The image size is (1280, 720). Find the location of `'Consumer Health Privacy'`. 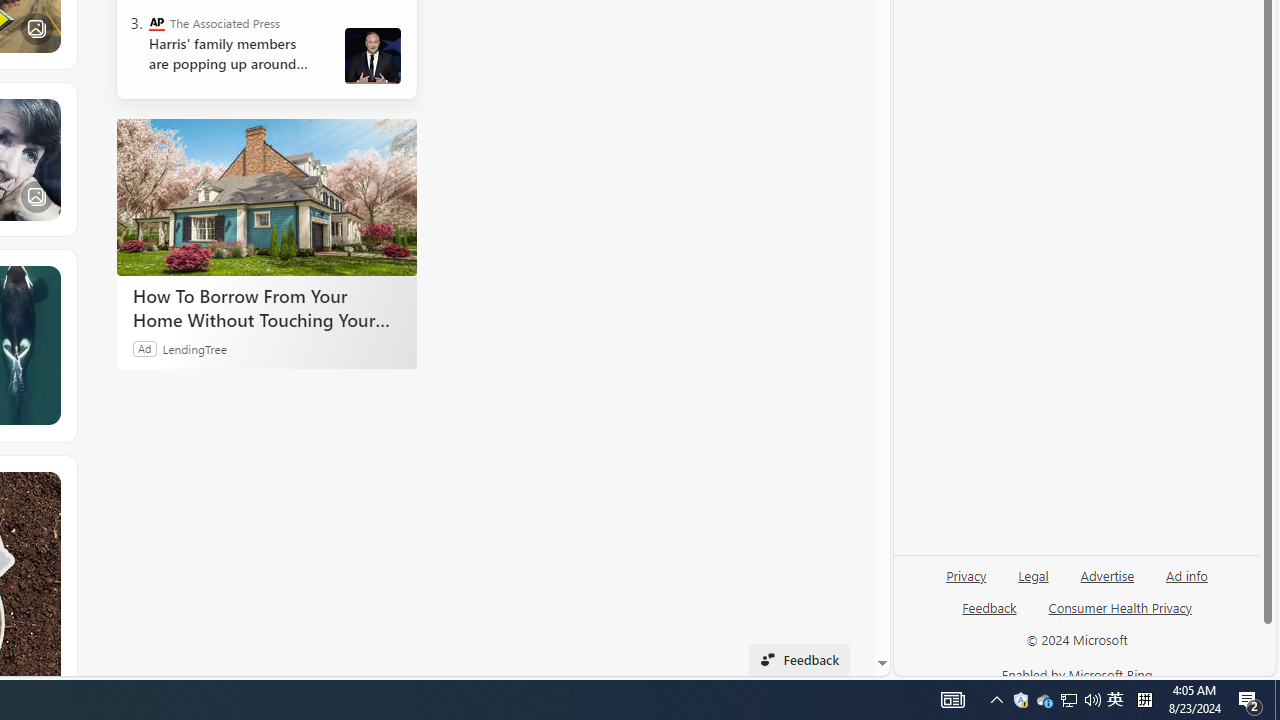

'Consumer Health Privacy' is located at coordinates (1120, 606).